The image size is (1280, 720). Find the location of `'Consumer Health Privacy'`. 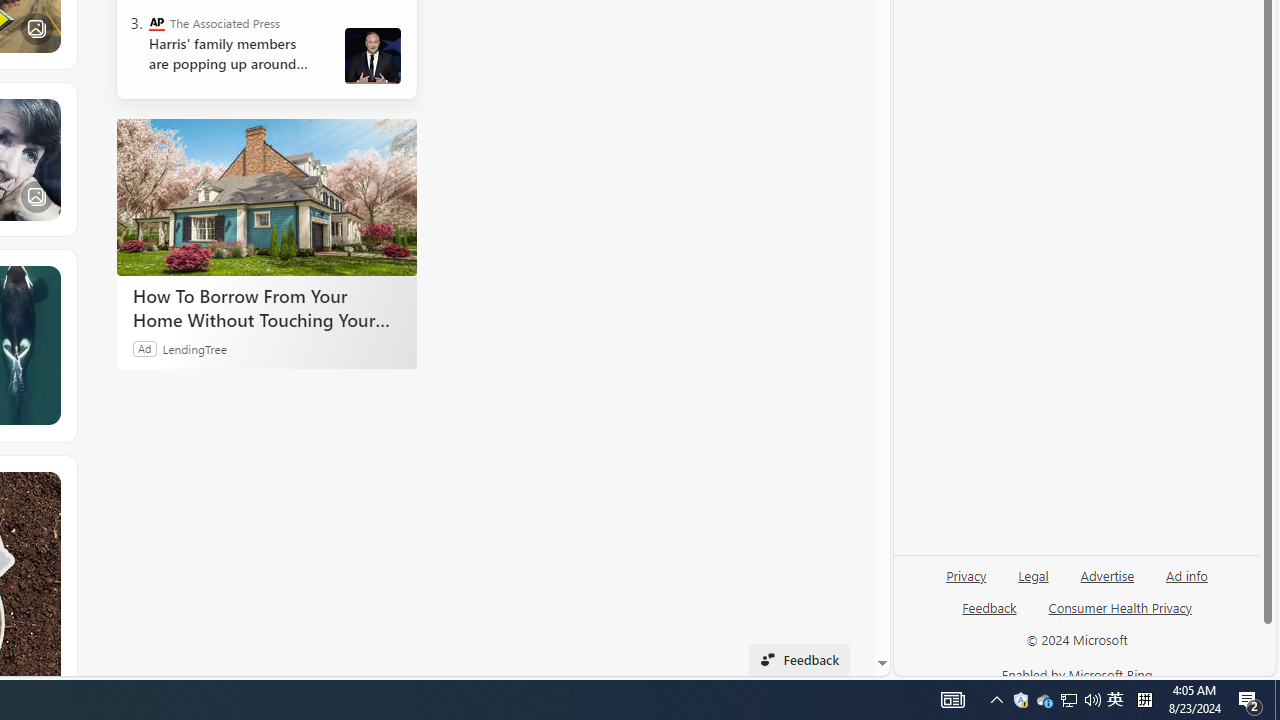

'Consumer Health Privacy' is located at coordinates (1120, 606).